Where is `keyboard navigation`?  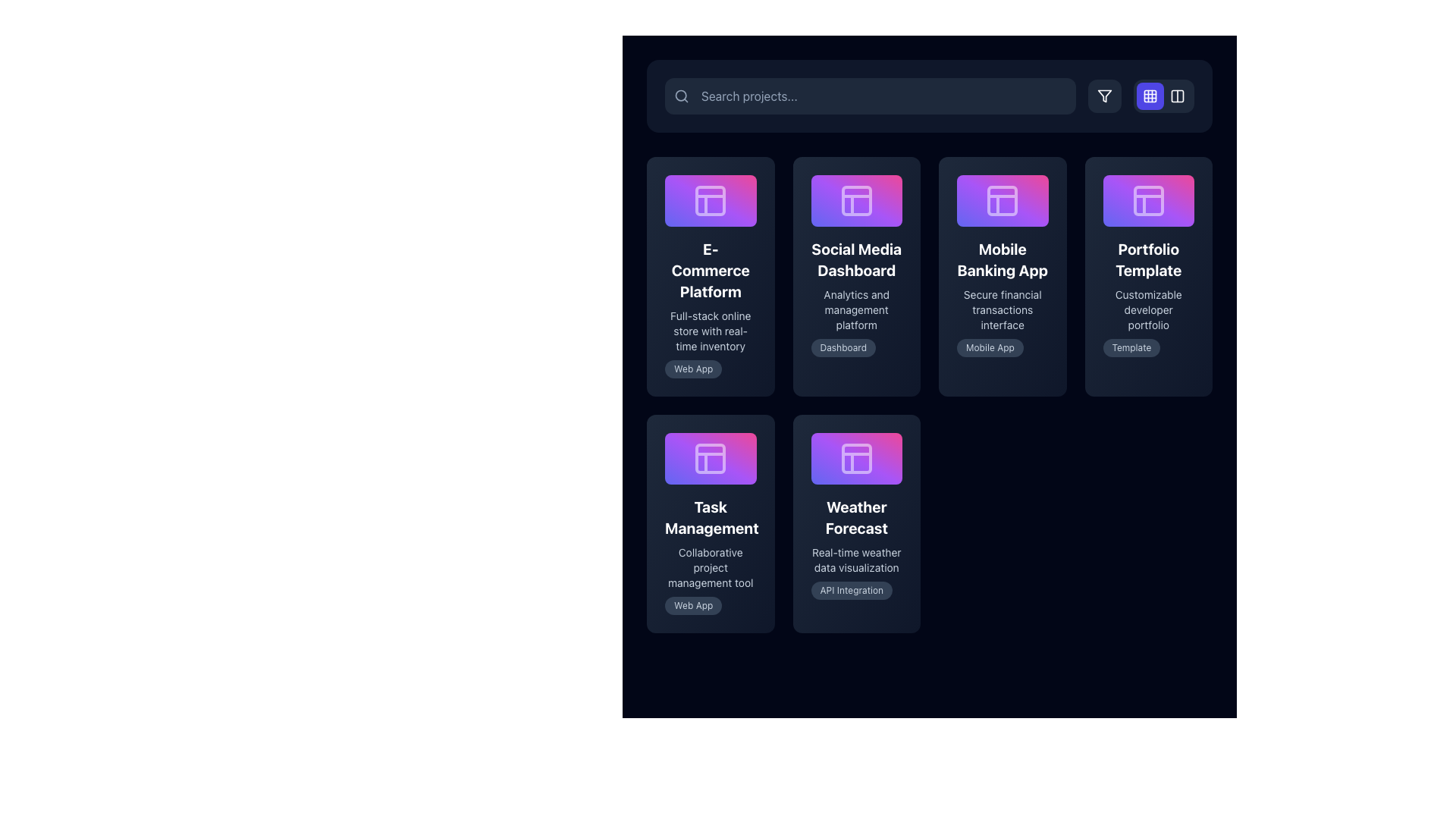 keyboard navigation is located at coordinates (710, 276).